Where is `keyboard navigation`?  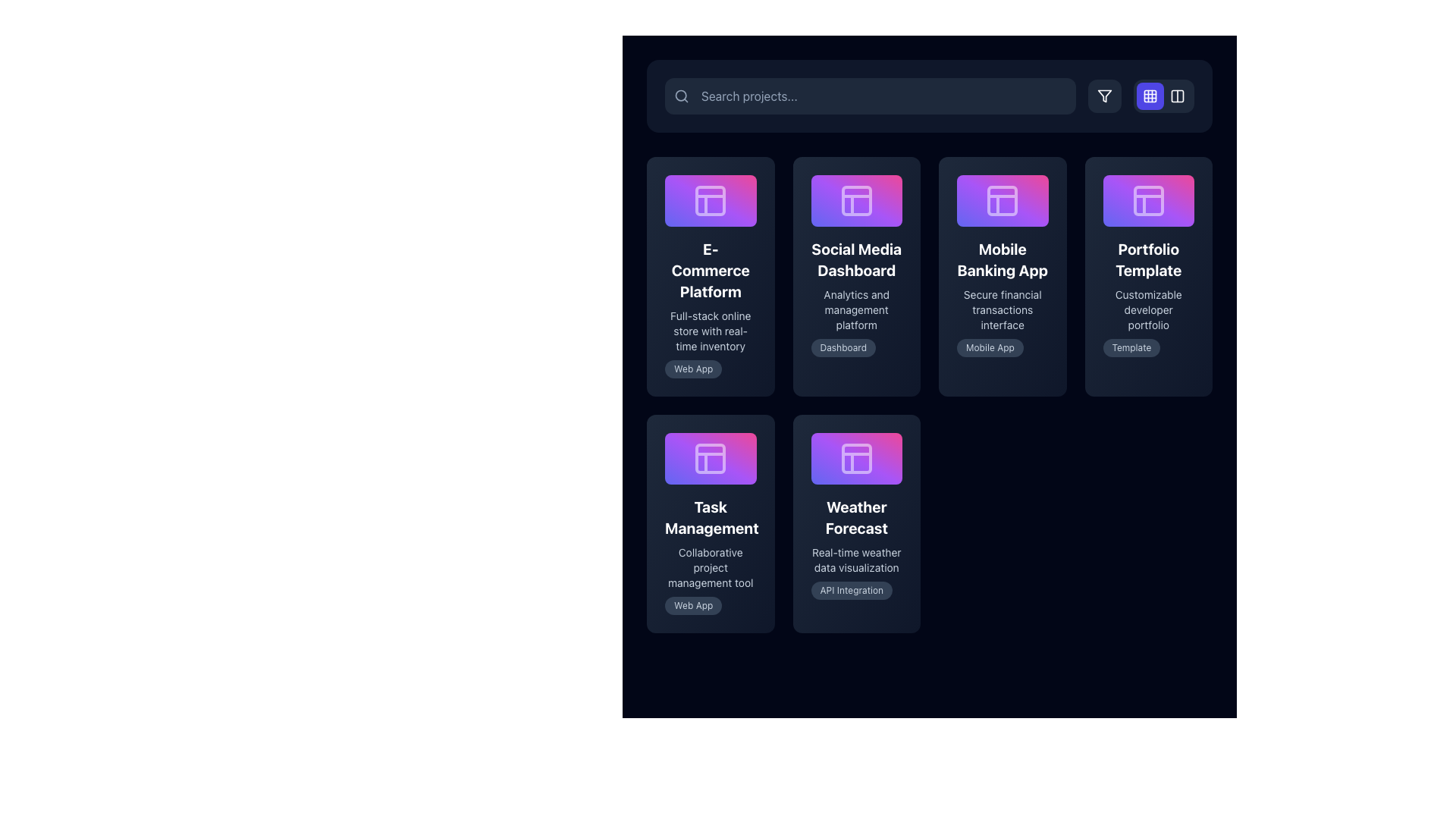 keyboard navigation is located at coordinates (710, 276).